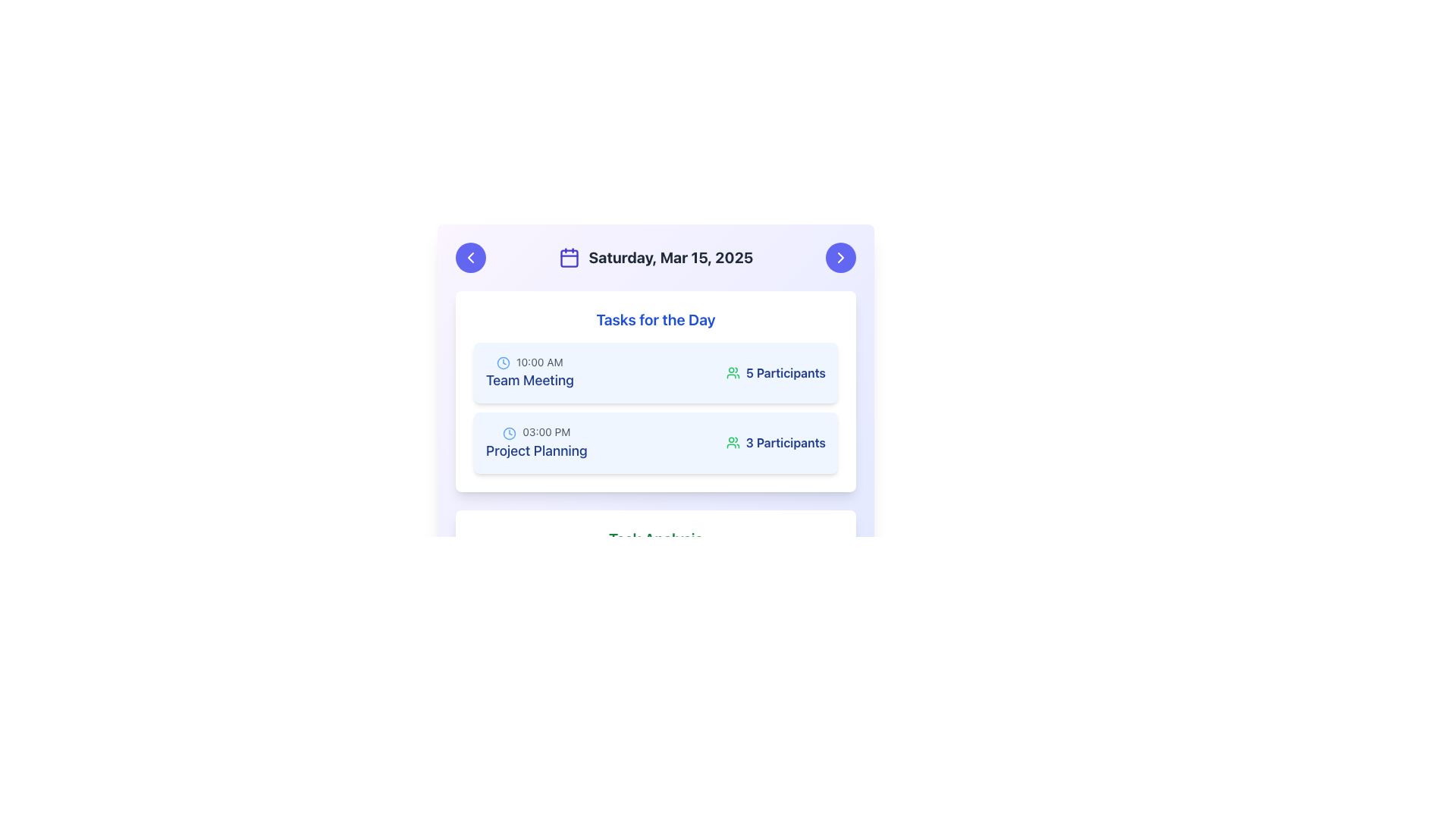 The image size is (1456, 819). What do you see at coordinates (529, 362) in the screenshot?
I see `the Time label displaying '10:00 AM' with a clock icon in gray and blue, located at the top of the event card for 'Team Meeting'` at bounding box center [529, 362].